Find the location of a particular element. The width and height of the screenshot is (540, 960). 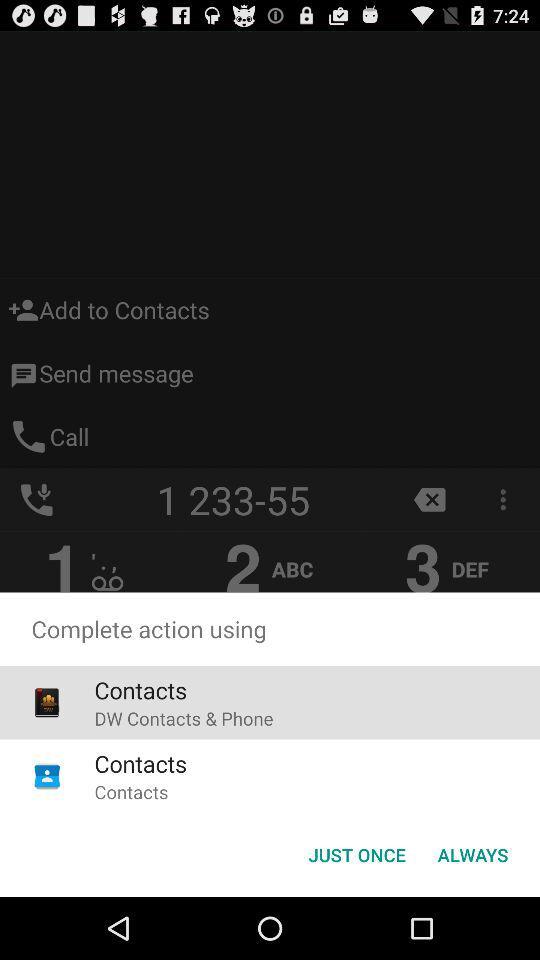

the icon below complete action using item is located at coordinates (472, 853).